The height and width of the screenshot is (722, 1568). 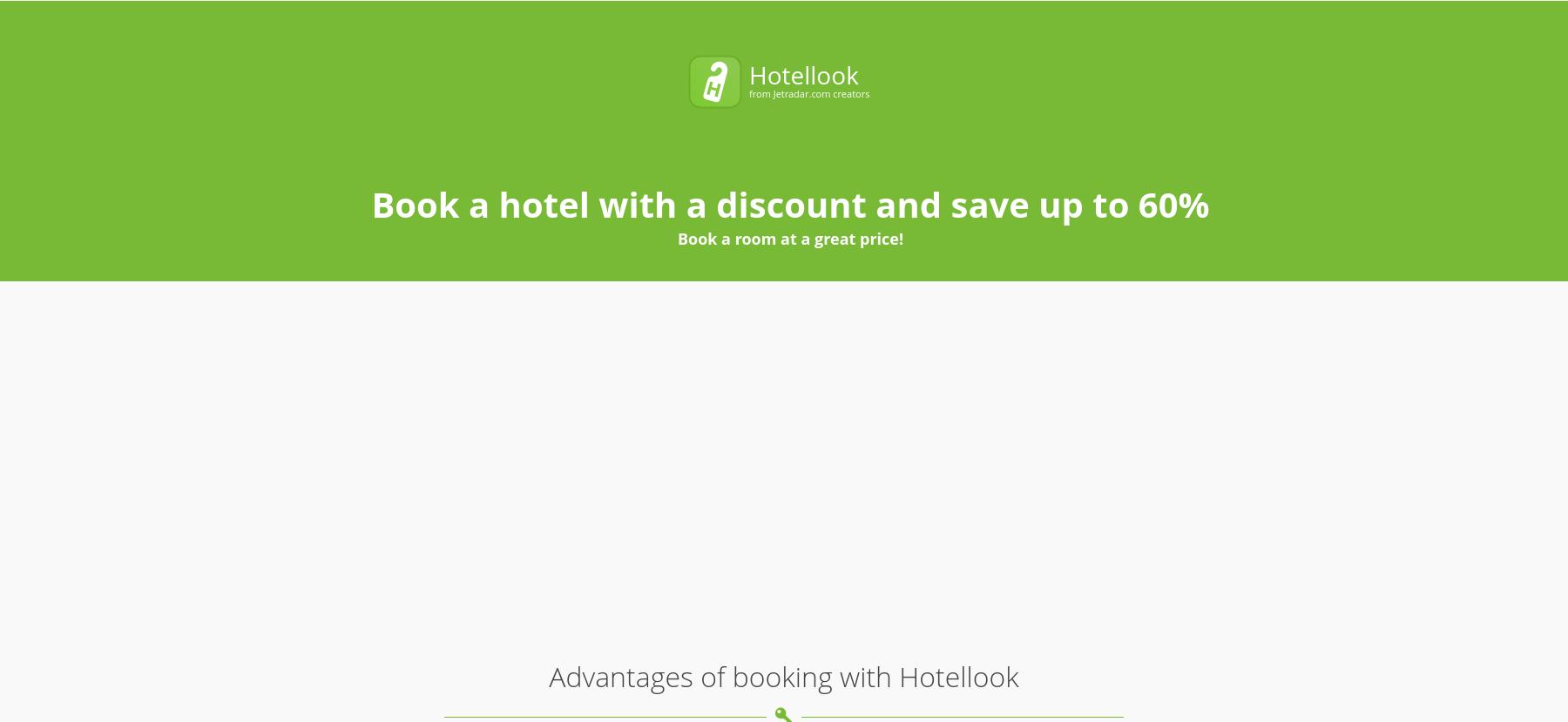 What do you see at coordinates (555, 373) in the screenshot?
I see `'We search both the largest booking websites and small local systems. Oftentimes, small family hotels are not listed on large booking websites.'` at bounding box center [555, 373].